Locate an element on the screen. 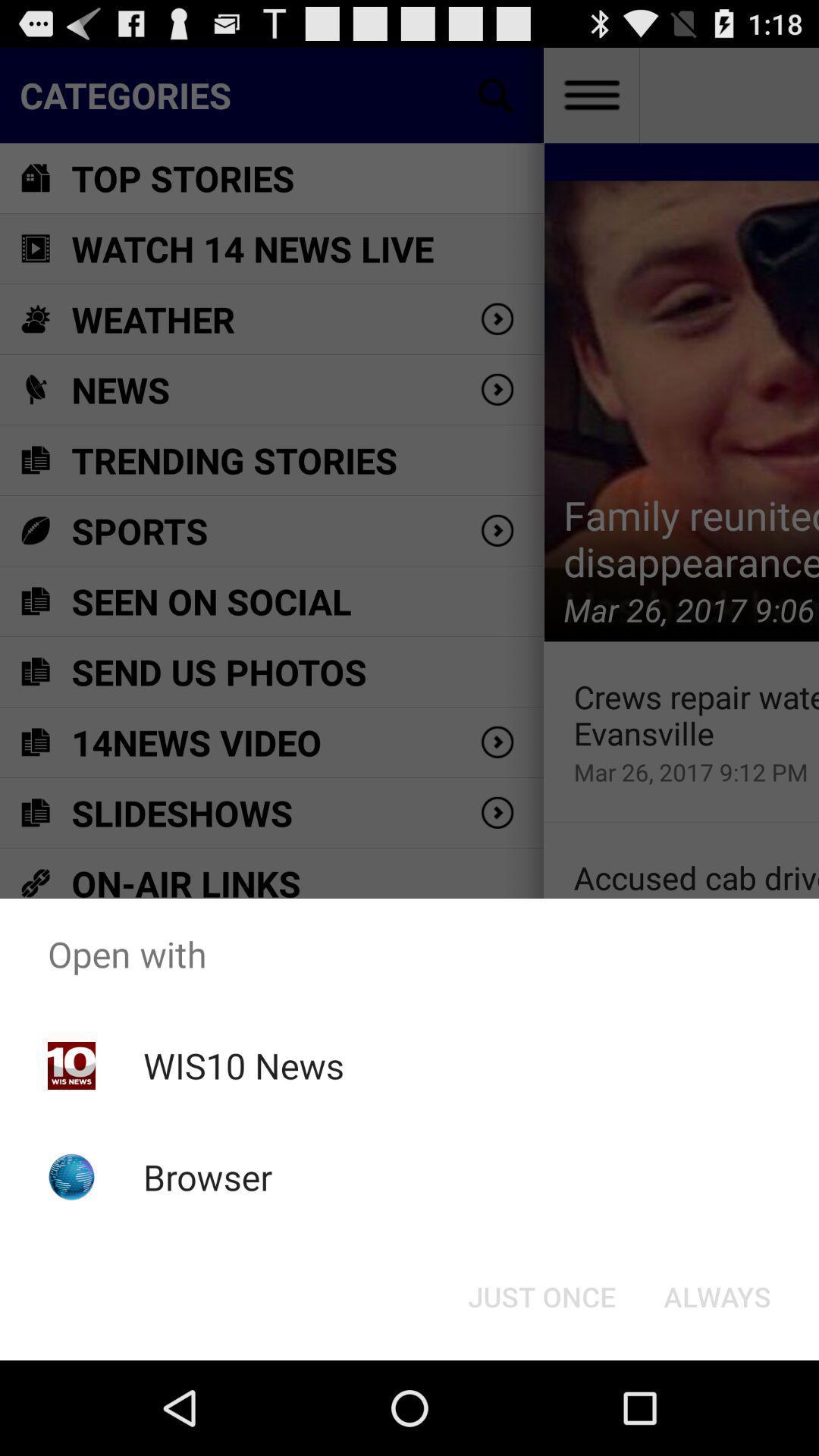 The width and height of the screenshot is (819, 1456). the item below open with app is located at coordinates (717, 1295).